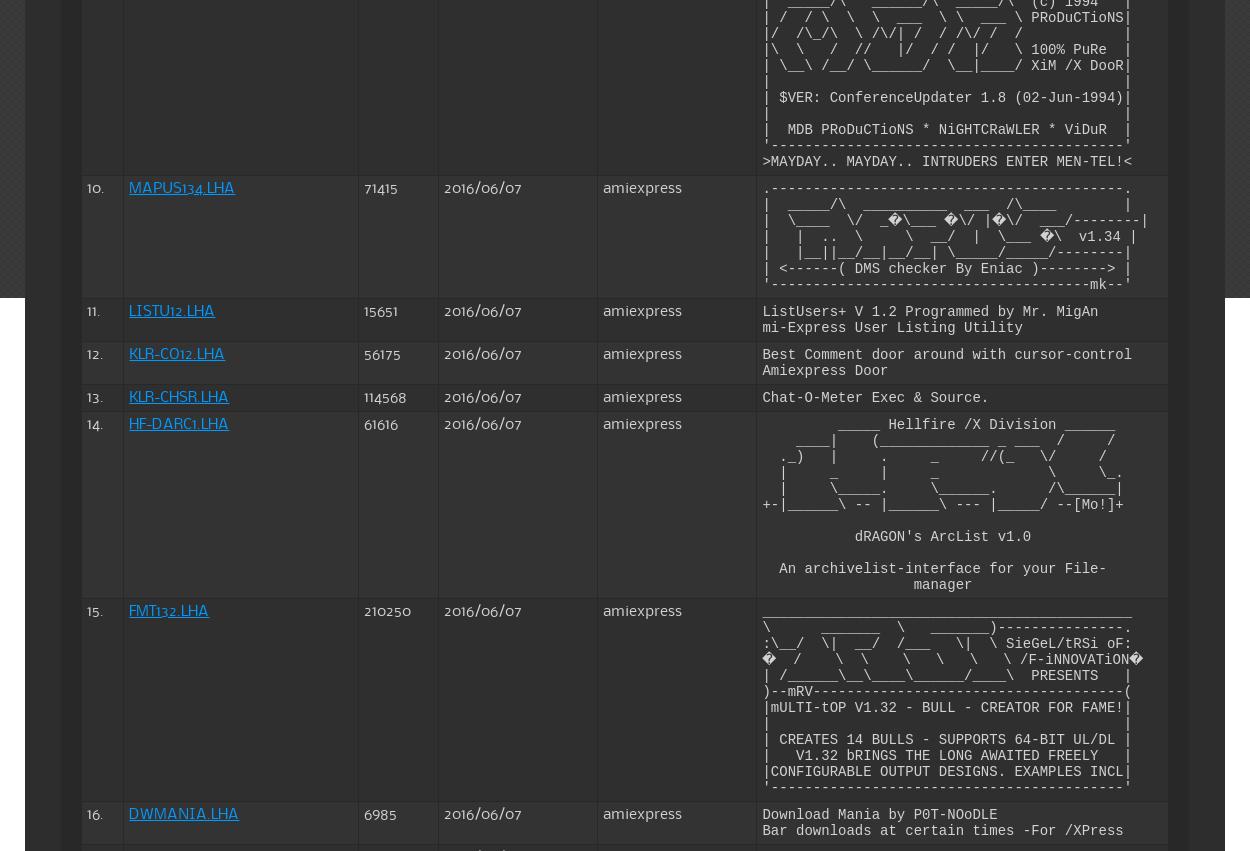  Describe the element at coordinates (866, 584) in the screenshot. I see `'manager'` at that location.